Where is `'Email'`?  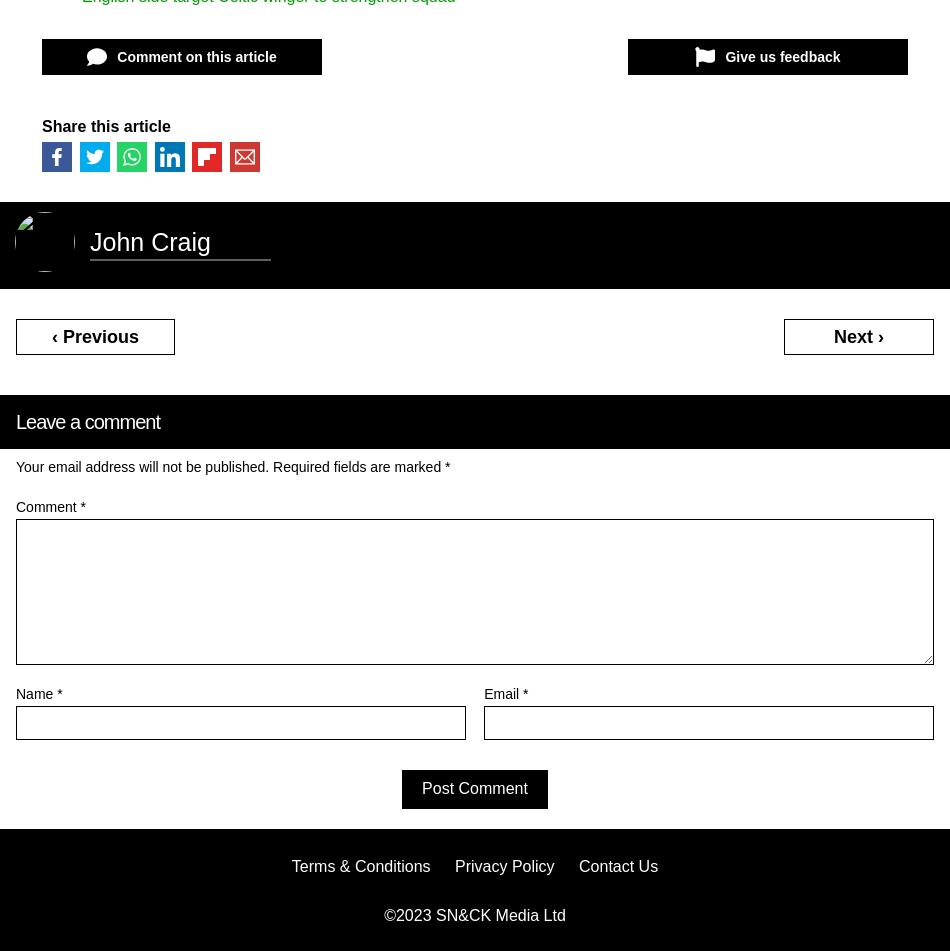
'Email' is located at coordinates (484, 693).